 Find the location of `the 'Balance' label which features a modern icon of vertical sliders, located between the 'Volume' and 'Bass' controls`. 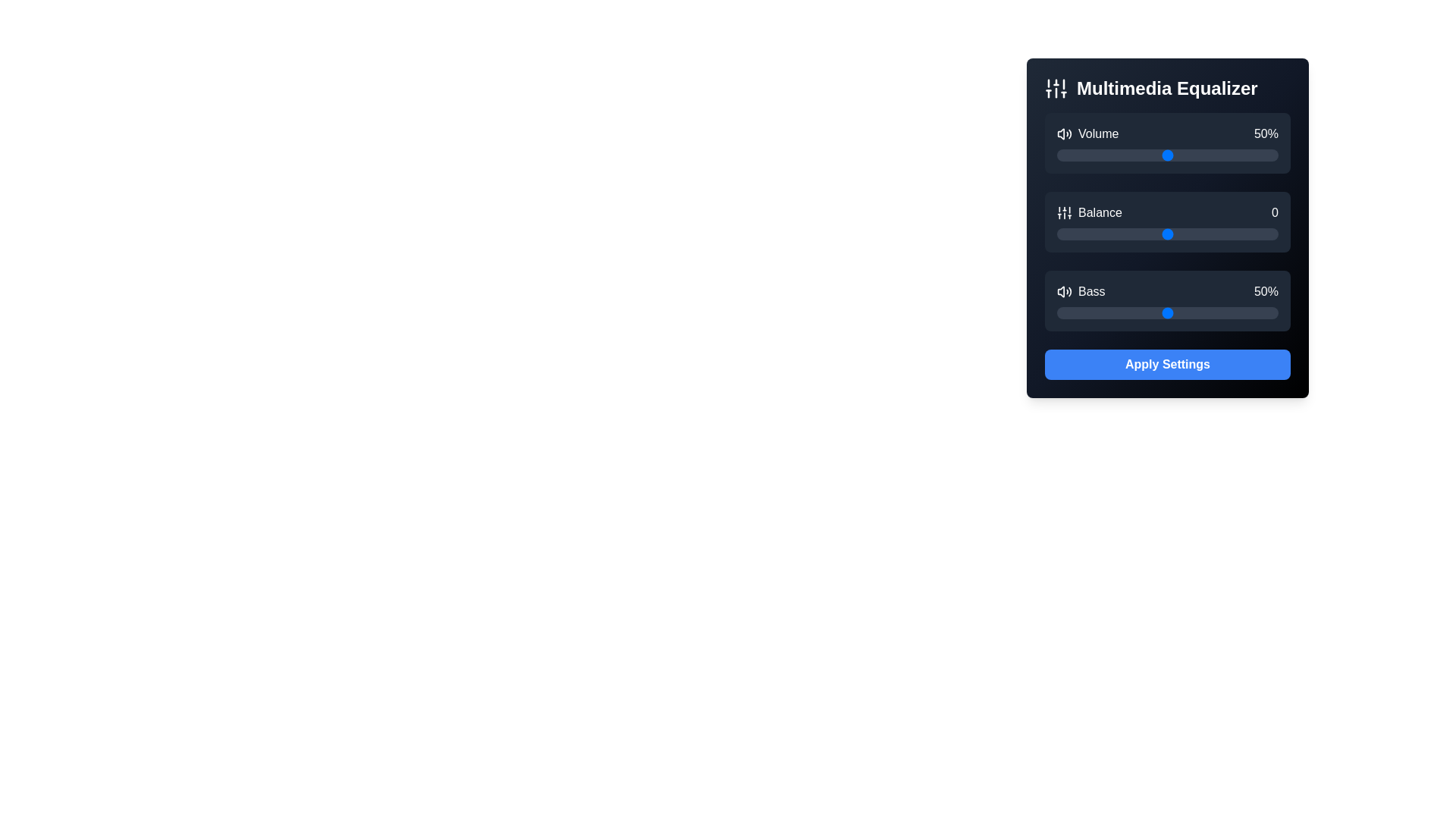

the 'Balance' label which features a modern icon of vertical sliders, located between the 'Volume' and 'Bass' controls is located at coordinates (1088, 213).